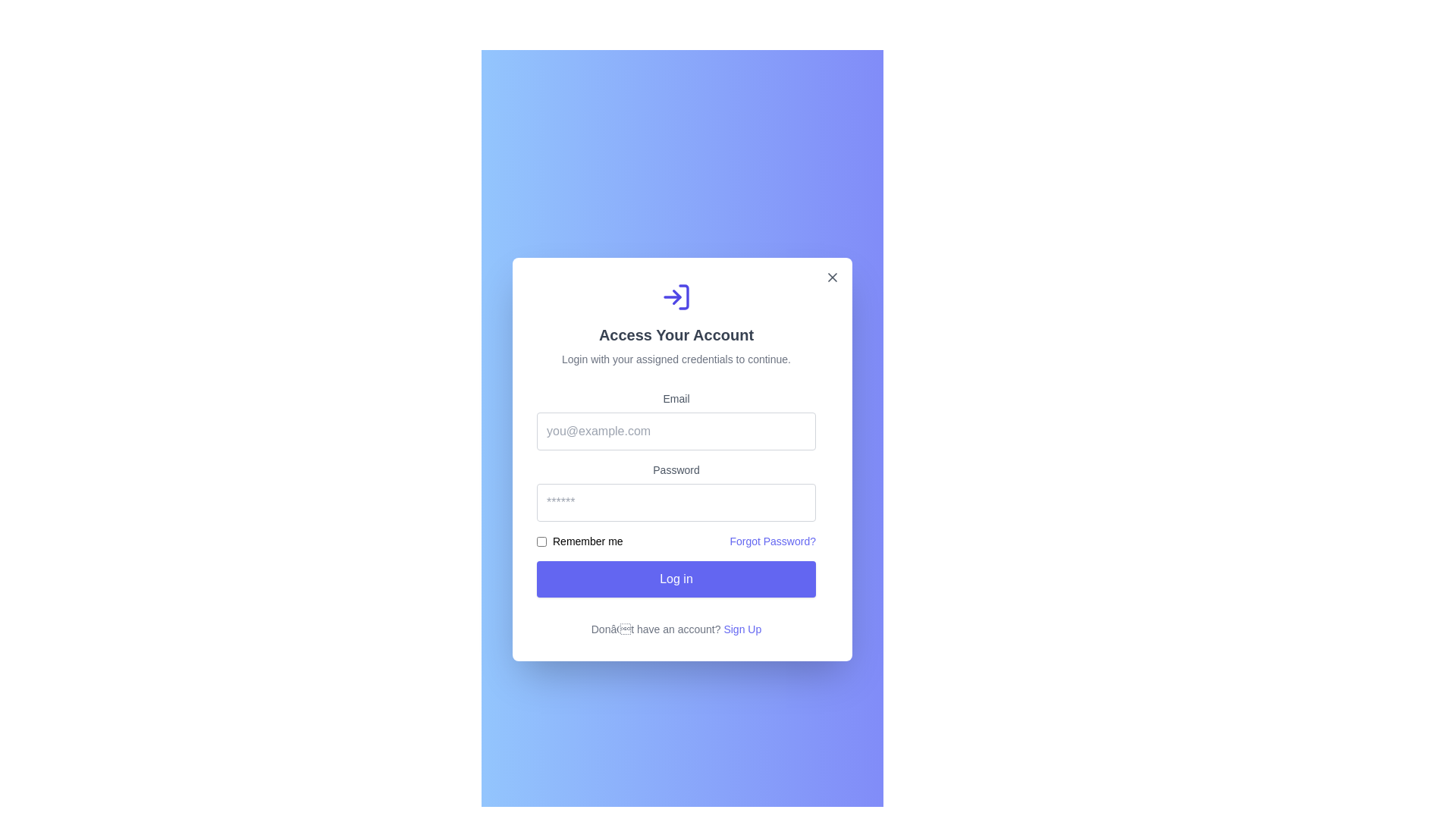 This screenshot has width=1456, height=819. What do you see at coordinates (676, 469) in the screenshot?
I see `the 'Password' label, which is a small, gray-colored text above the password input field in the login form` at bounding box center [676, 469].